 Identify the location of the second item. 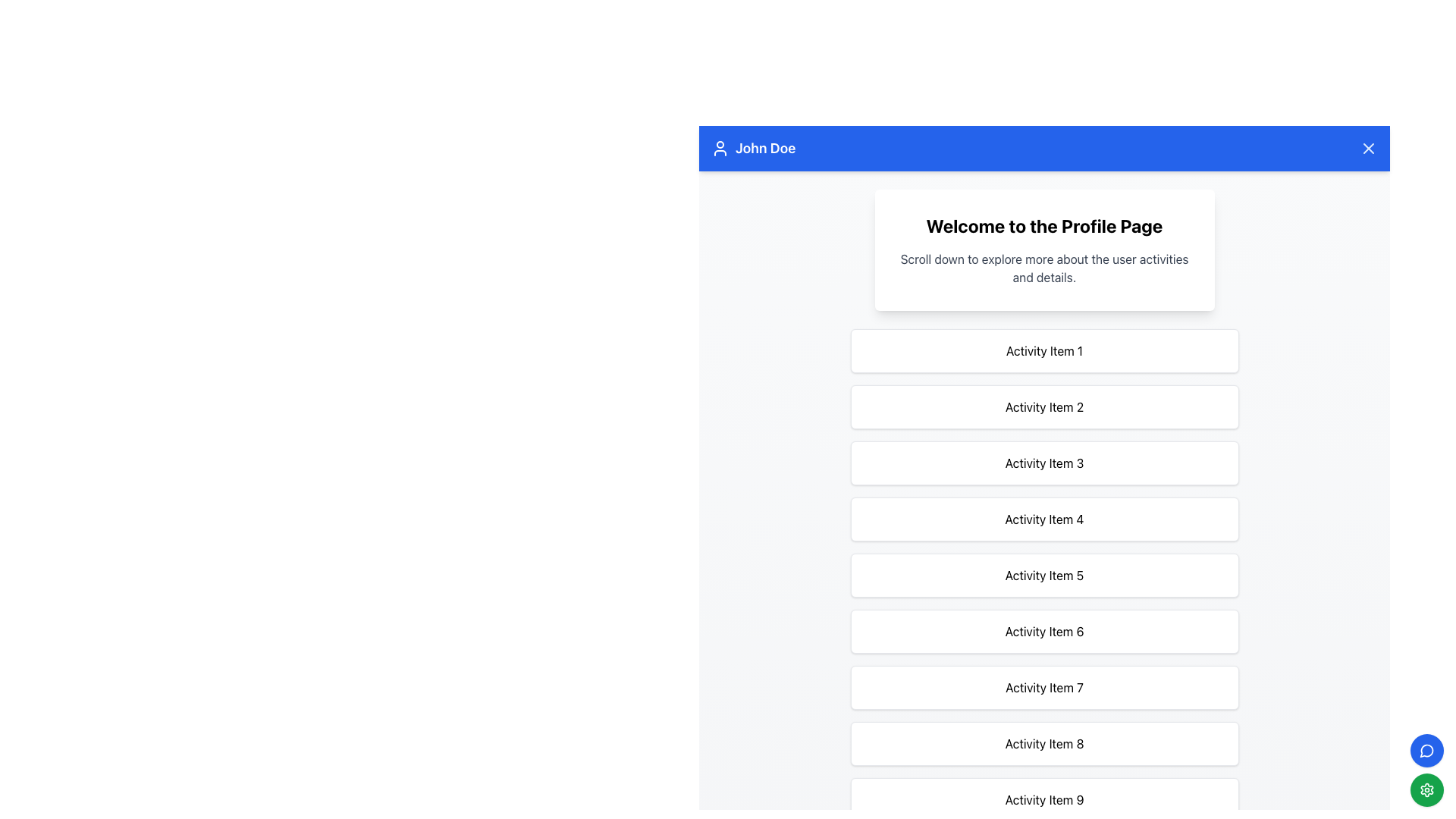
(1043, 406).